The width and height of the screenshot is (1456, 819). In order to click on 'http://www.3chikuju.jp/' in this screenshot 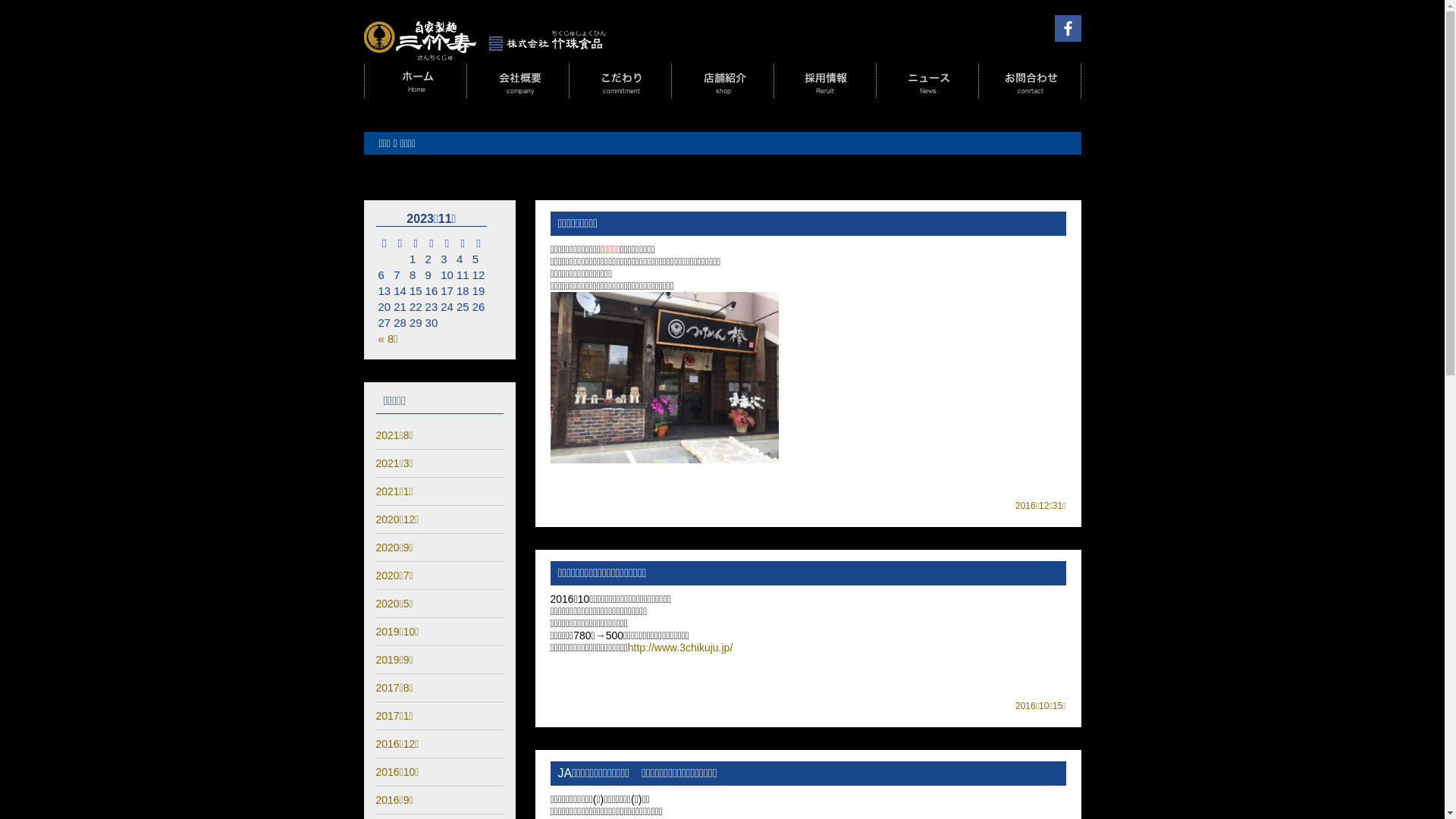, I will do `click(679, 647)`.